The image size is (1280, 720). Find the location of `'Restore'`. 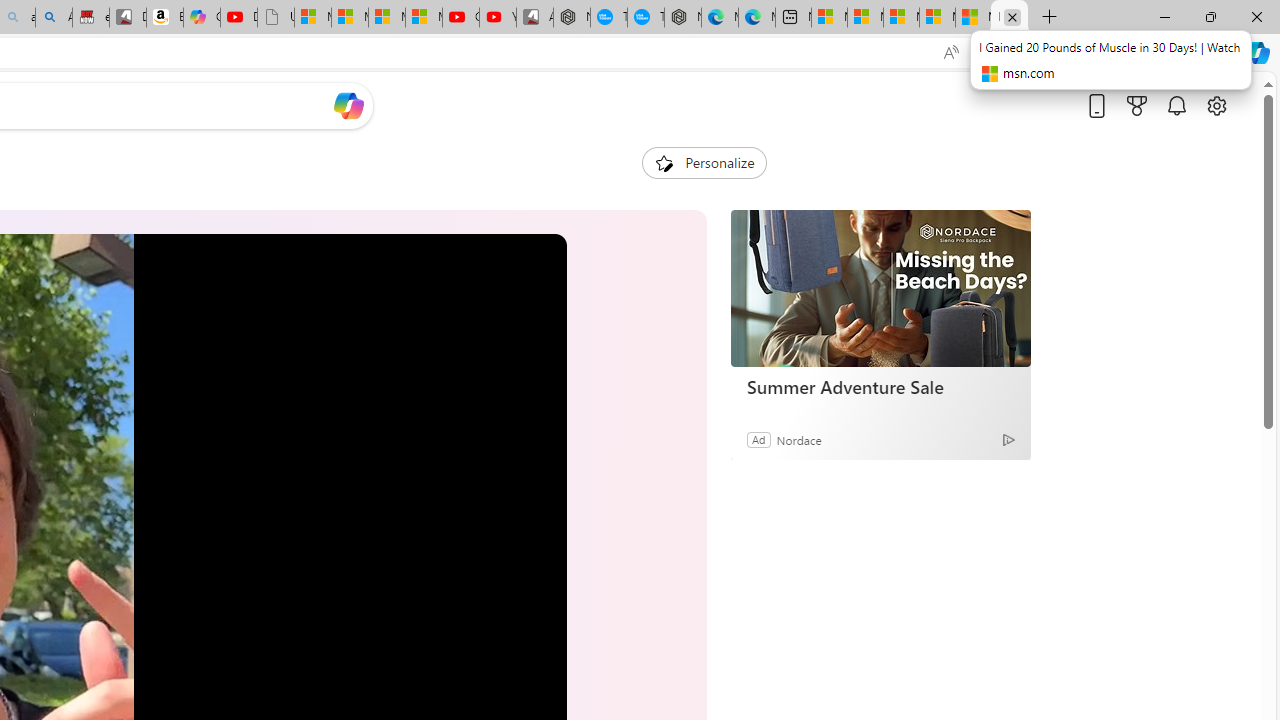

'Restore' is located at coordinates (1209, 16).